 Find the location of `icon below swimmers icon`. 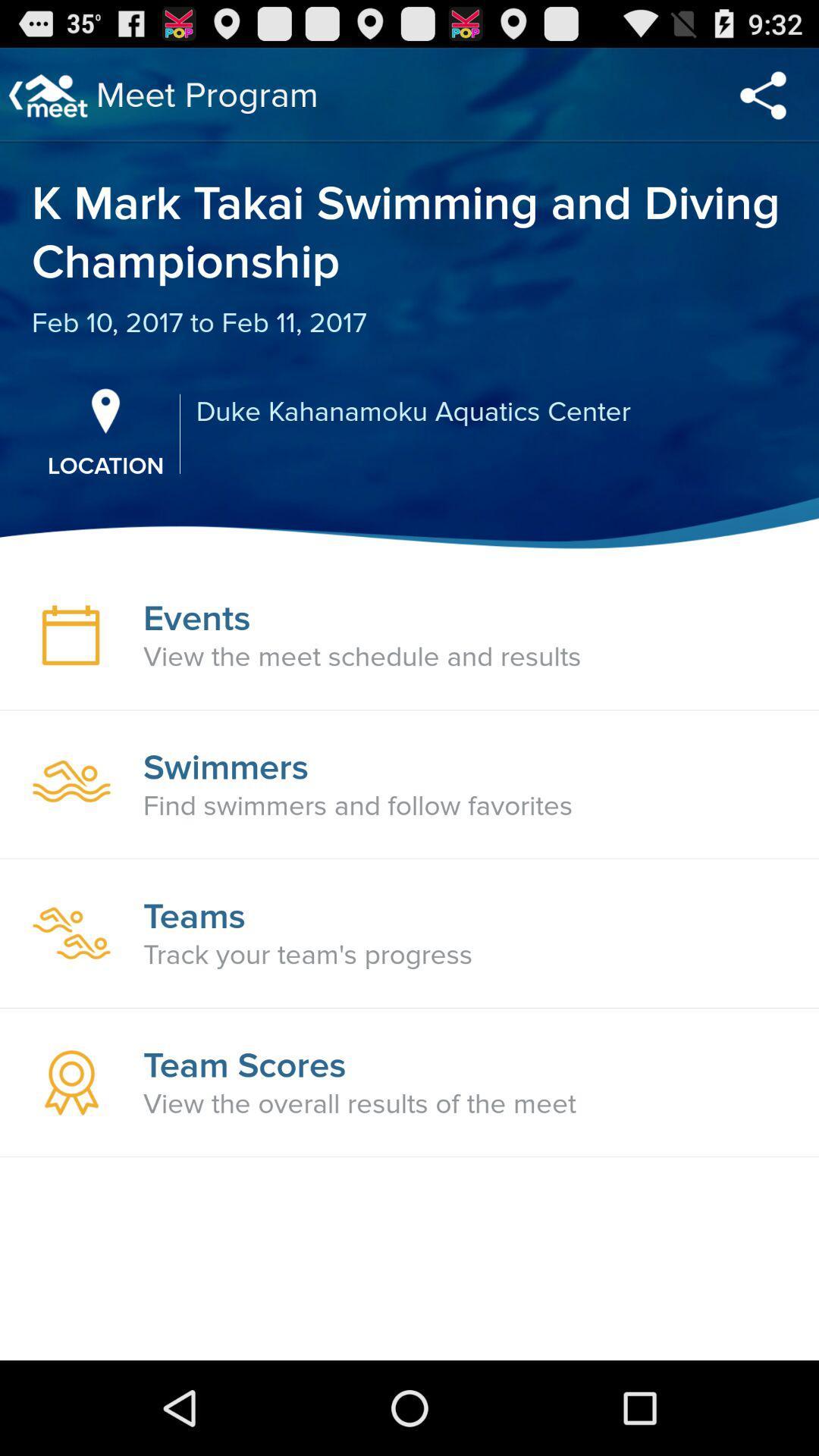

icon below swimmers icon is located at coordinates (358, 805).